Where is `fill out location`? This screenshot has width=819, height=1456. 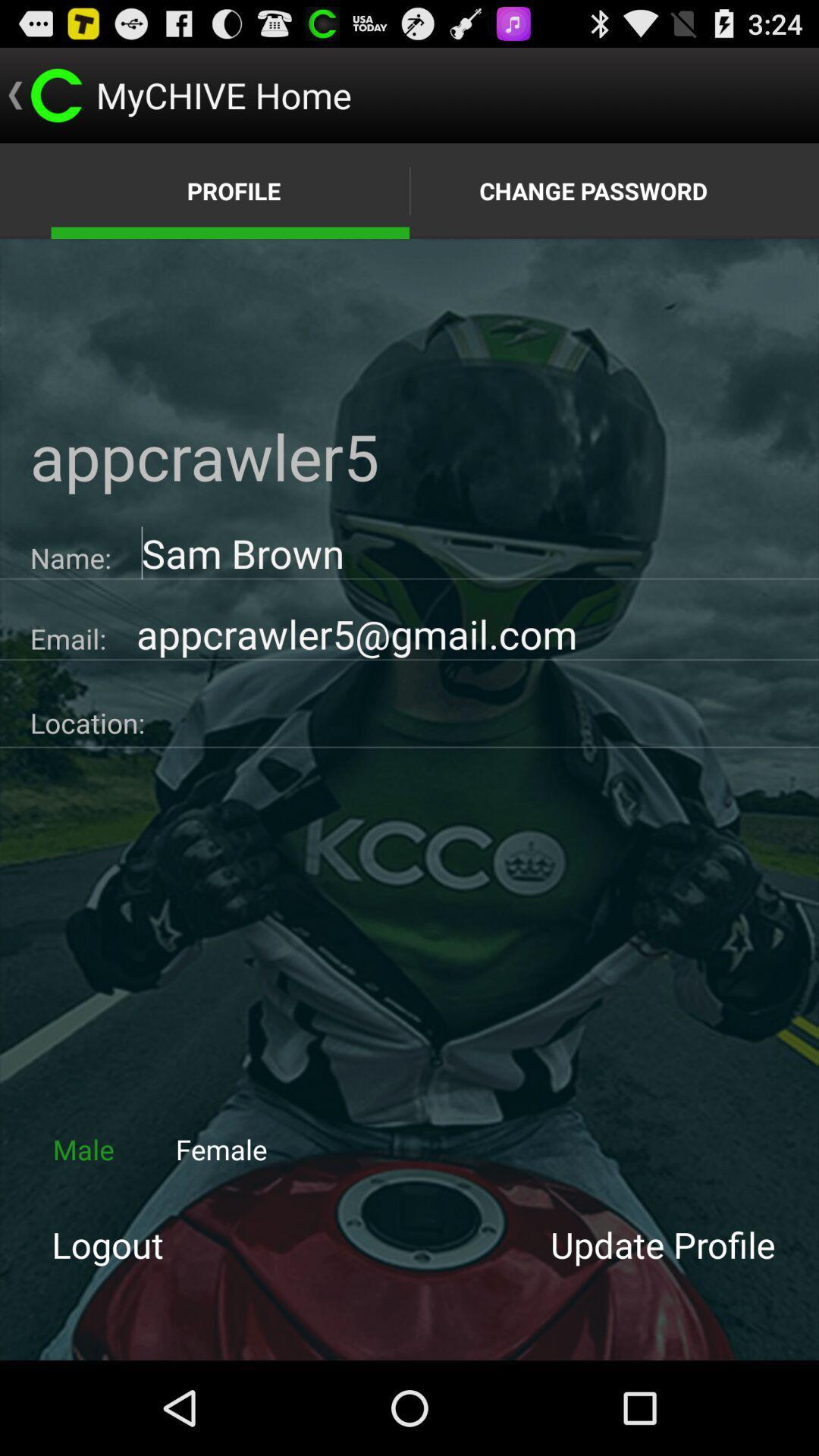 fill out location is located at coordinates (482, 717).